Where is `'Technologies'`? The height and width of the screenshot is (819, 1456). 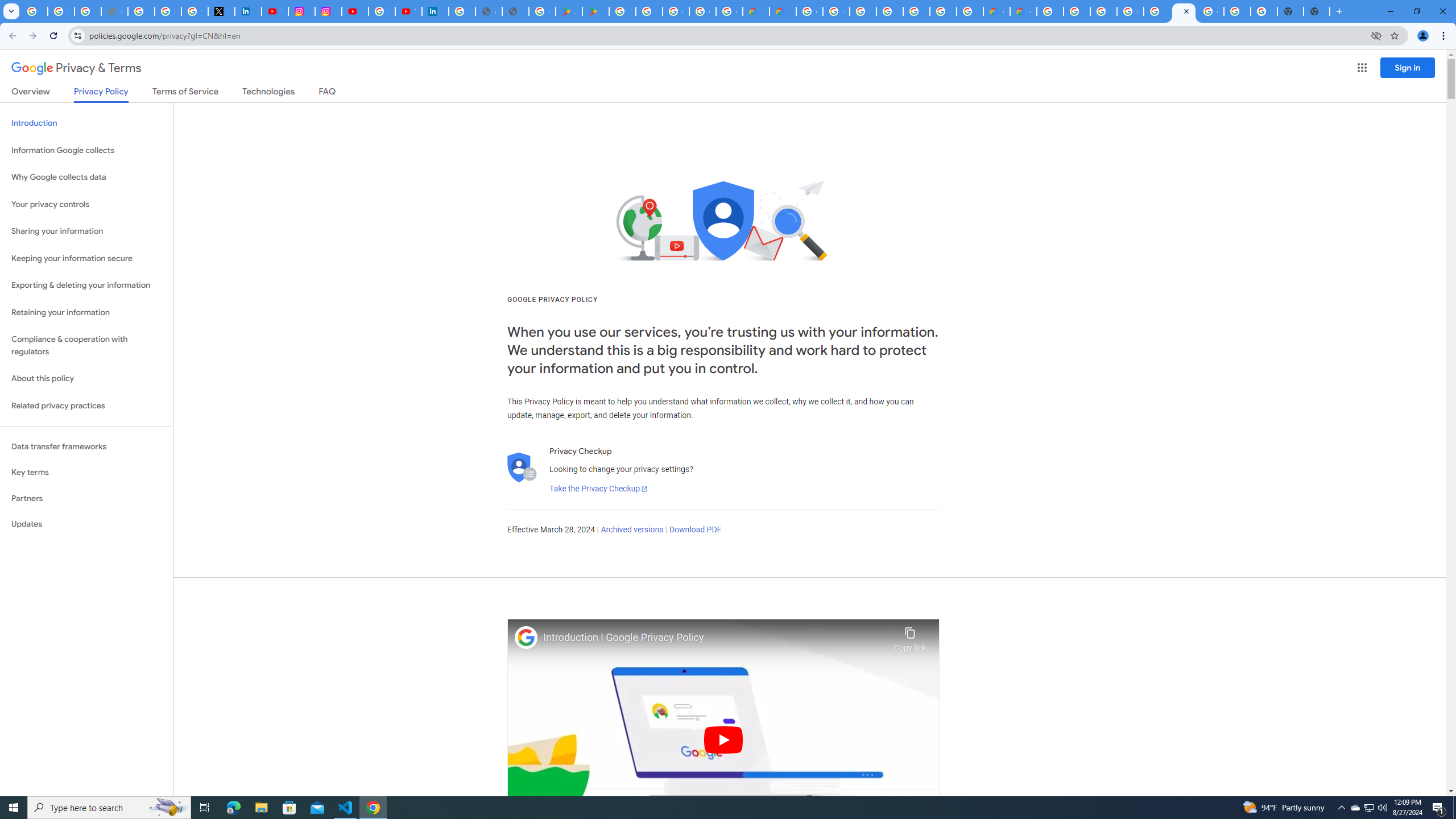 'Technologies' is located at coordinates (268, 93).